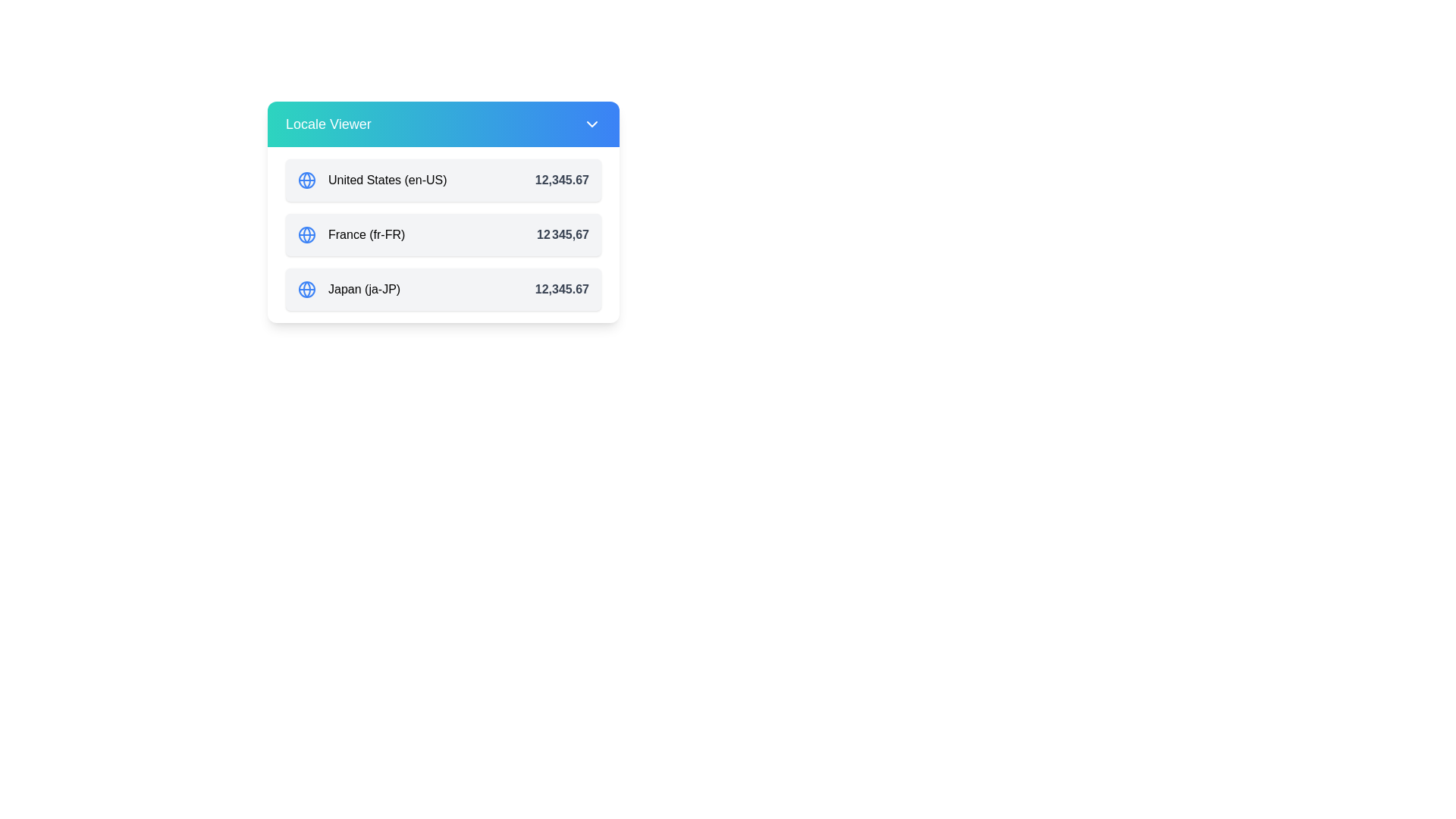  What do you see at coordinates (306, 234) in the screenshot?
I see `the global icon located to the left of the 'France (fr-FR)' label in the second row of the 'Locale Viewer' card` at bounding box center [306, 234].